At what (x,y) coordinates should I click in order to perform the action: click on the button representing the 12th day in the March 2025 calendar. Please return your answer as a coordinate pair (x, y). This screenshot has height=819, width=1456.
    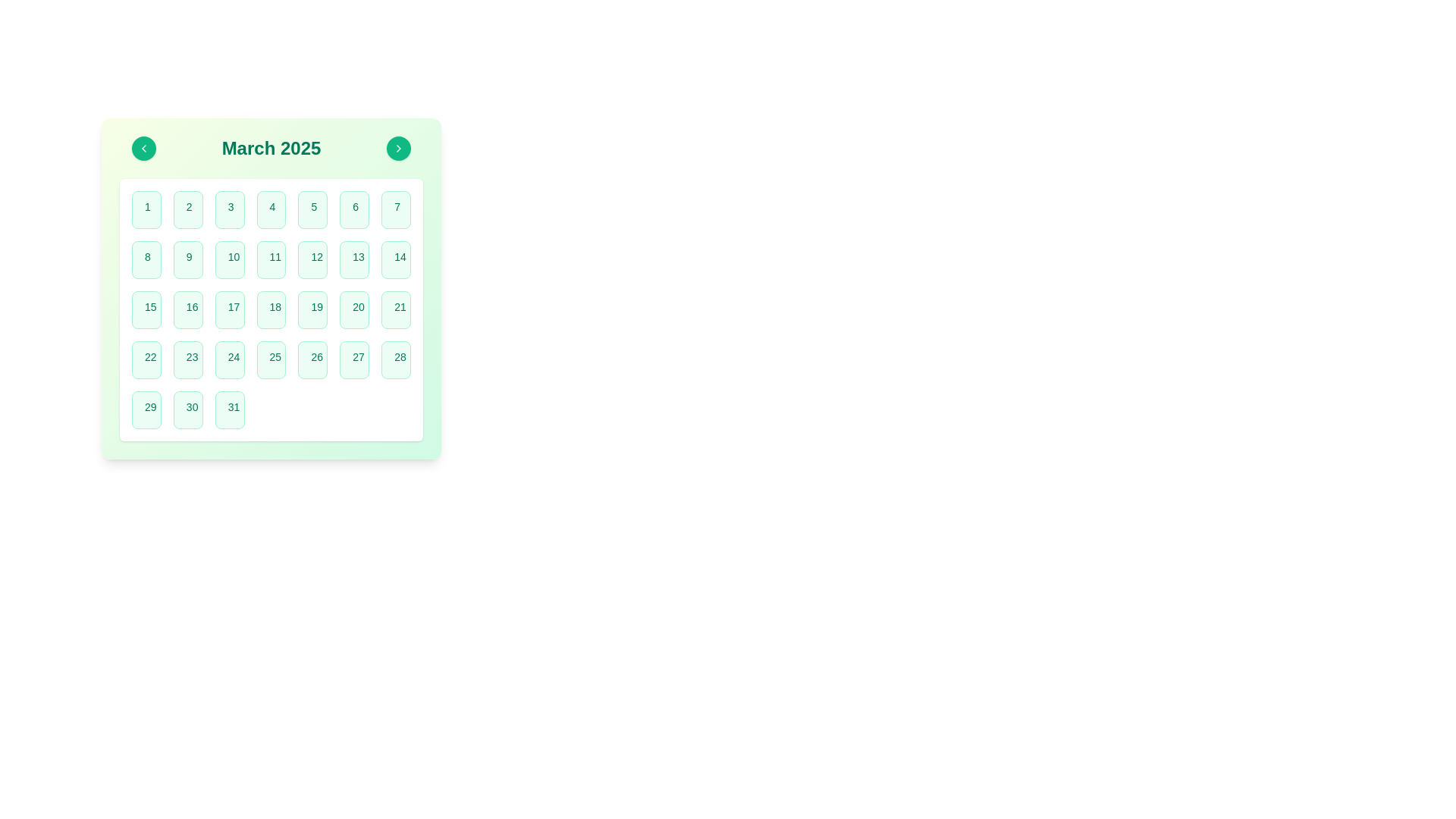
    Looking at the image, I should click on (312, 259).